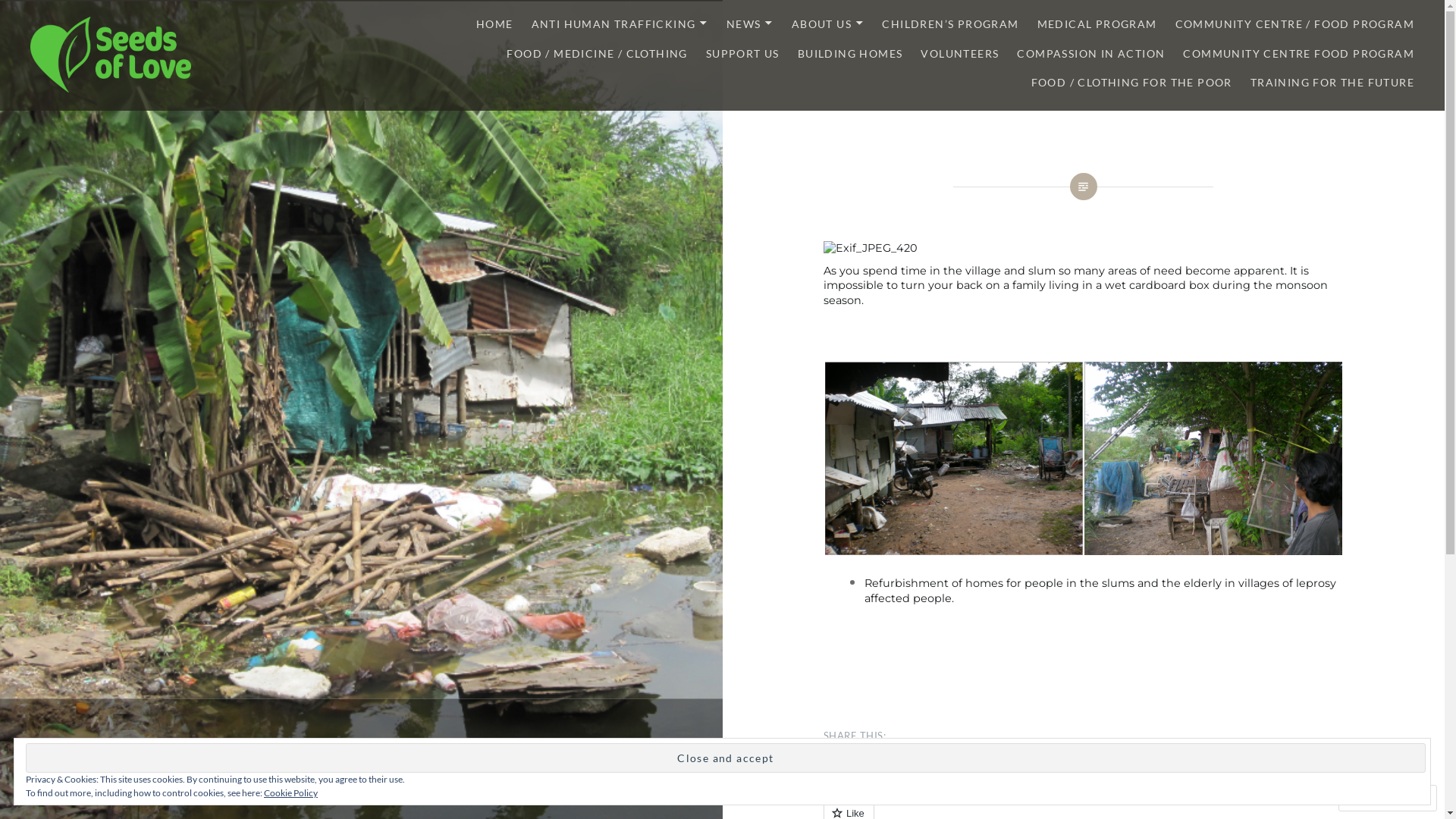  Describe the element at coordinates (796, 53) in the screenshot. I see `'BUILDING HOMES'` at that location.